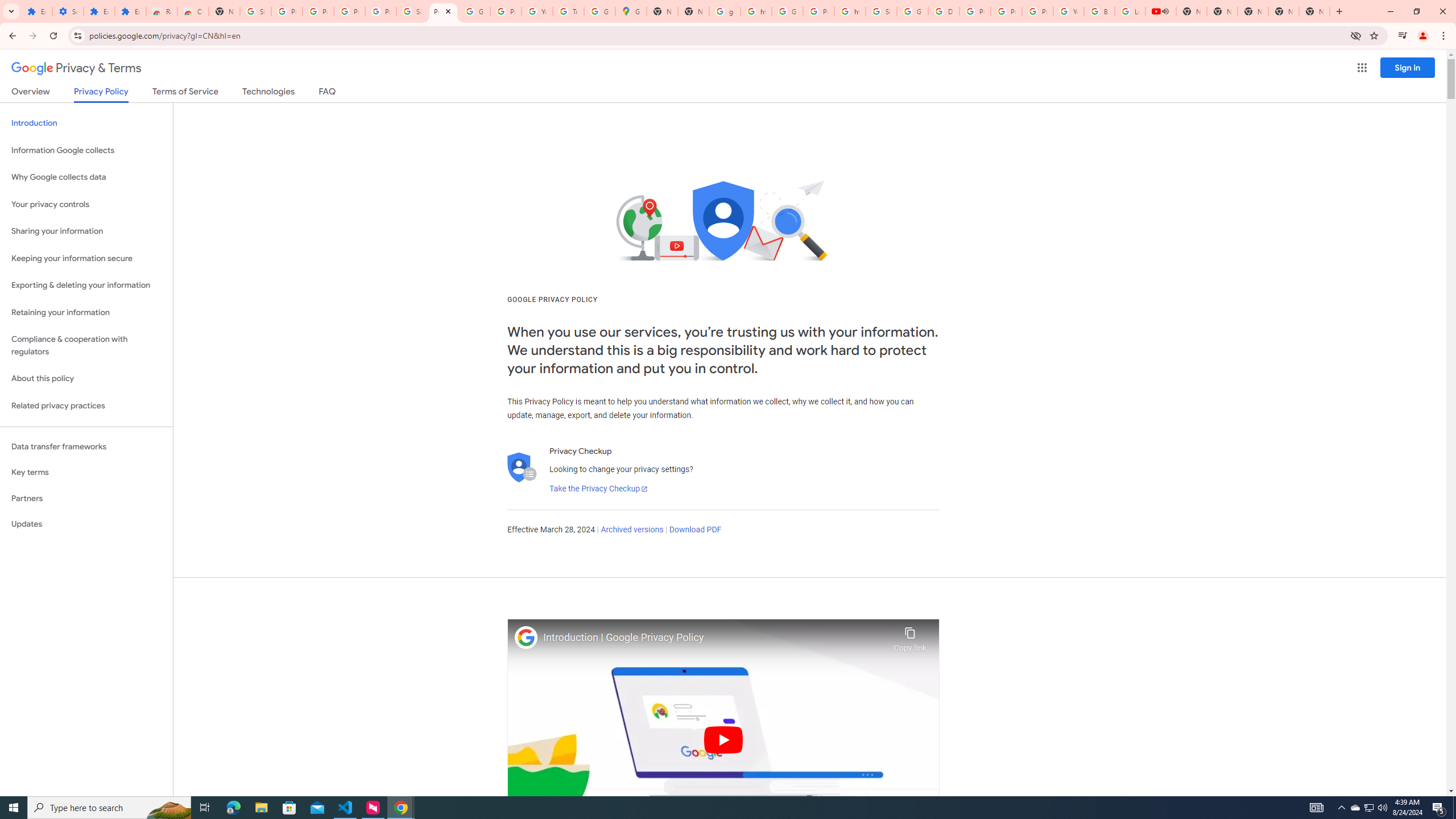 The width and height of the screenshot is (1456, 819). What do you see at coordinates (1006, 11) in the screenshot?
I see `'Privacy Help Center - Policies Help'` at bounding box center [1006, 11].